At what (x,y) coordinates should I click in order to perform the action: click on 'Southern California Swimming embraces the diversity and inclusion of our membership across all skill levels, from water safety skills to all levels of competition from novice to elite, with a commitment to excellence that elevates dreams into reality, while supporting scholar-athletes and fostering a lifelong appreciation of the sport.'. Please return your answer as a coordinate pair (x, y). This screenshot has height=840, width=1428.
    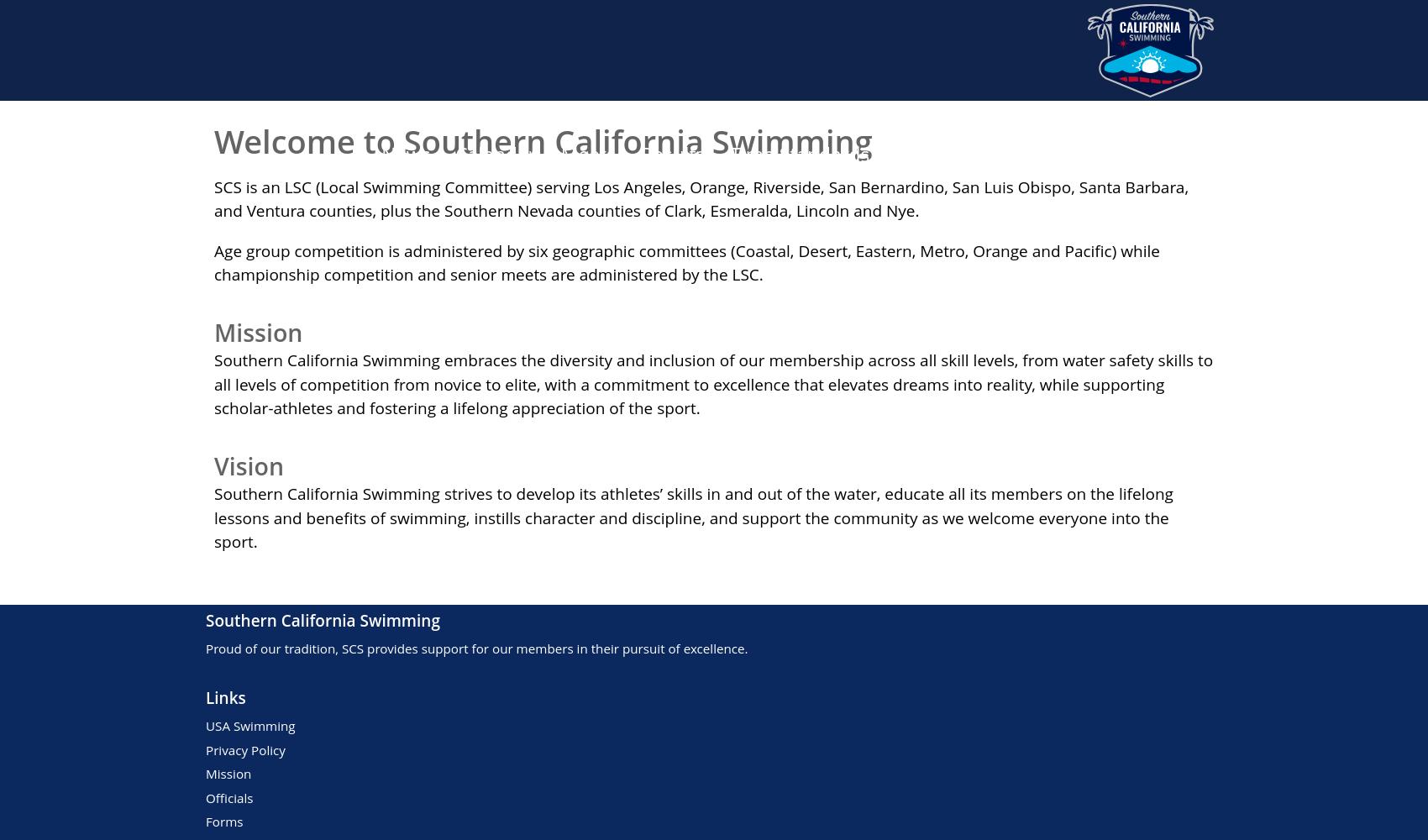
    Looking at the image, I should click on (214, 383).